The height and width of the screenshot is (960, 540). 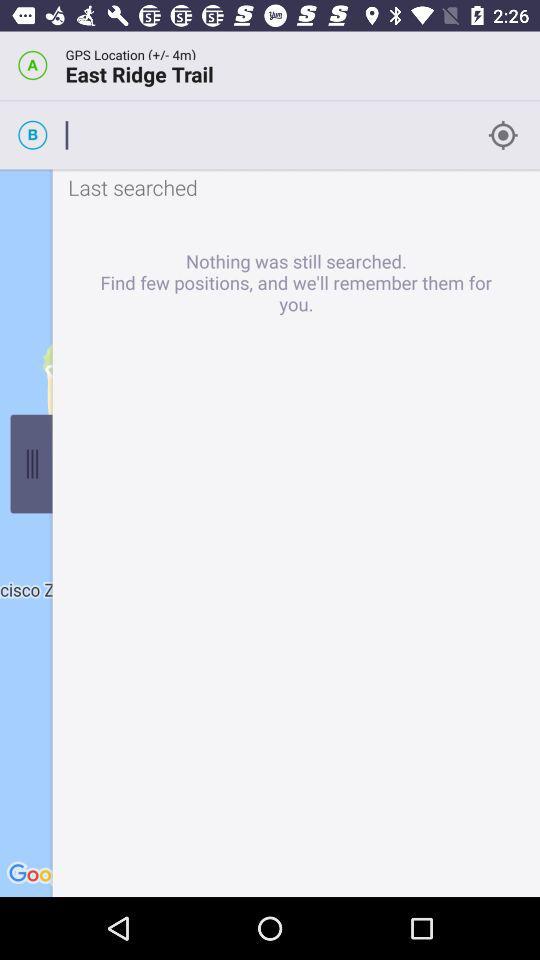 I want to click on the symbol a which is circled, so click(x=31, y=65).